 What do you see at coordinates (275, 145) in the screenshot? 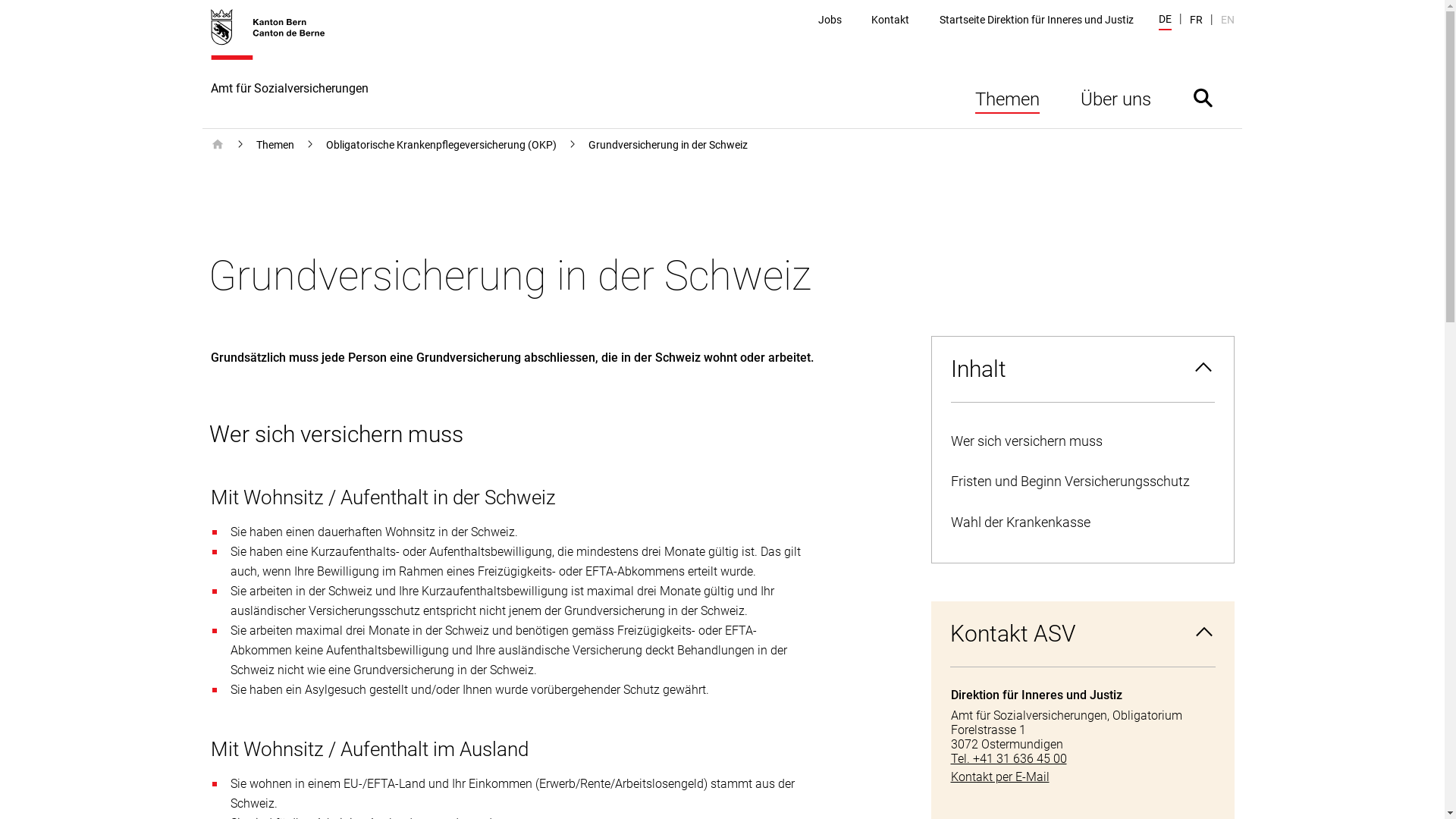
I see `'Themen'` at bounding box center [275, 145].